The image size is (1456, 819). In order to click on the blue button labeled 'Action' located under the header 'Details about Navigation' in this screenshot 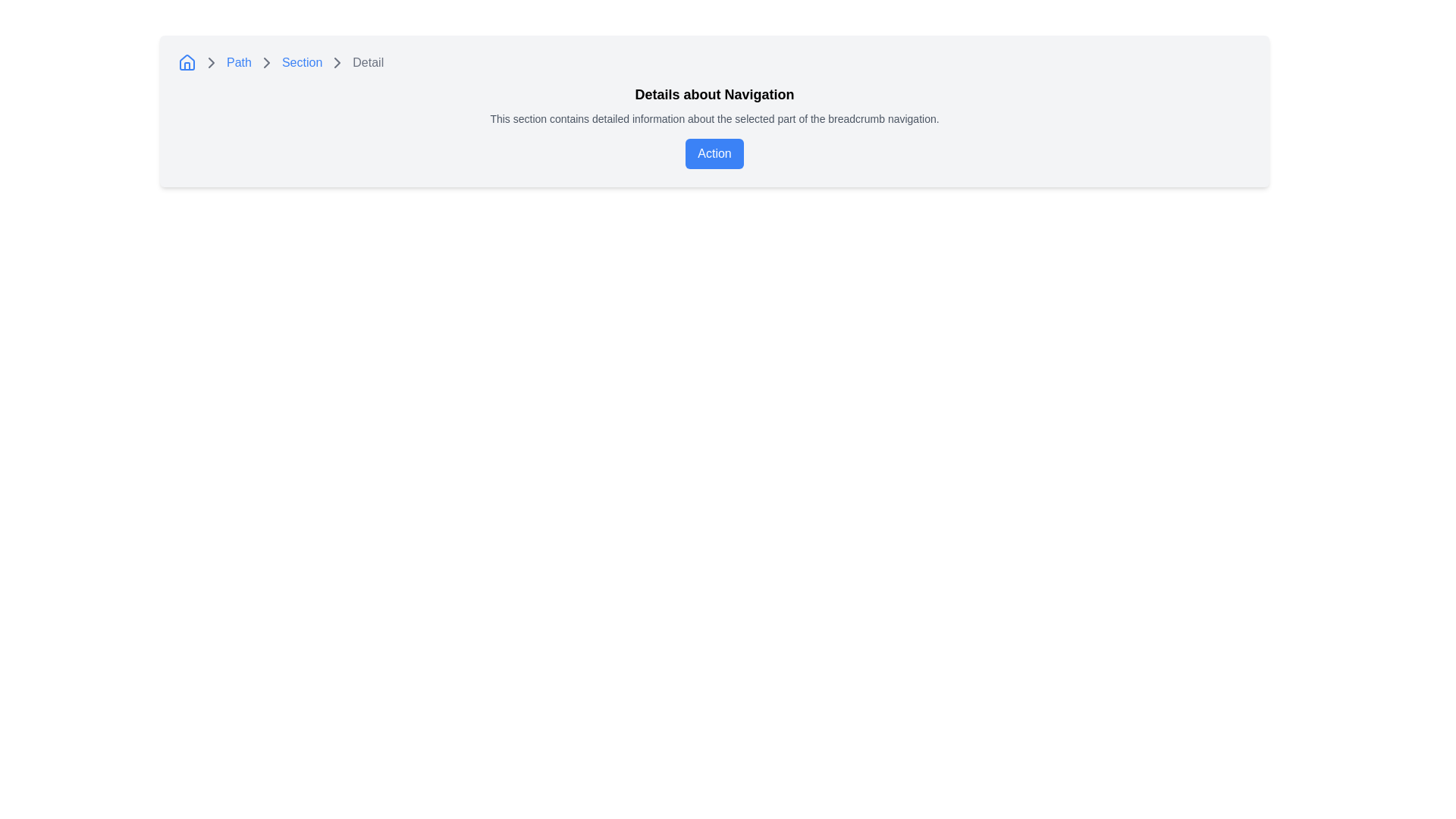, I will do `click(714, 154)`.